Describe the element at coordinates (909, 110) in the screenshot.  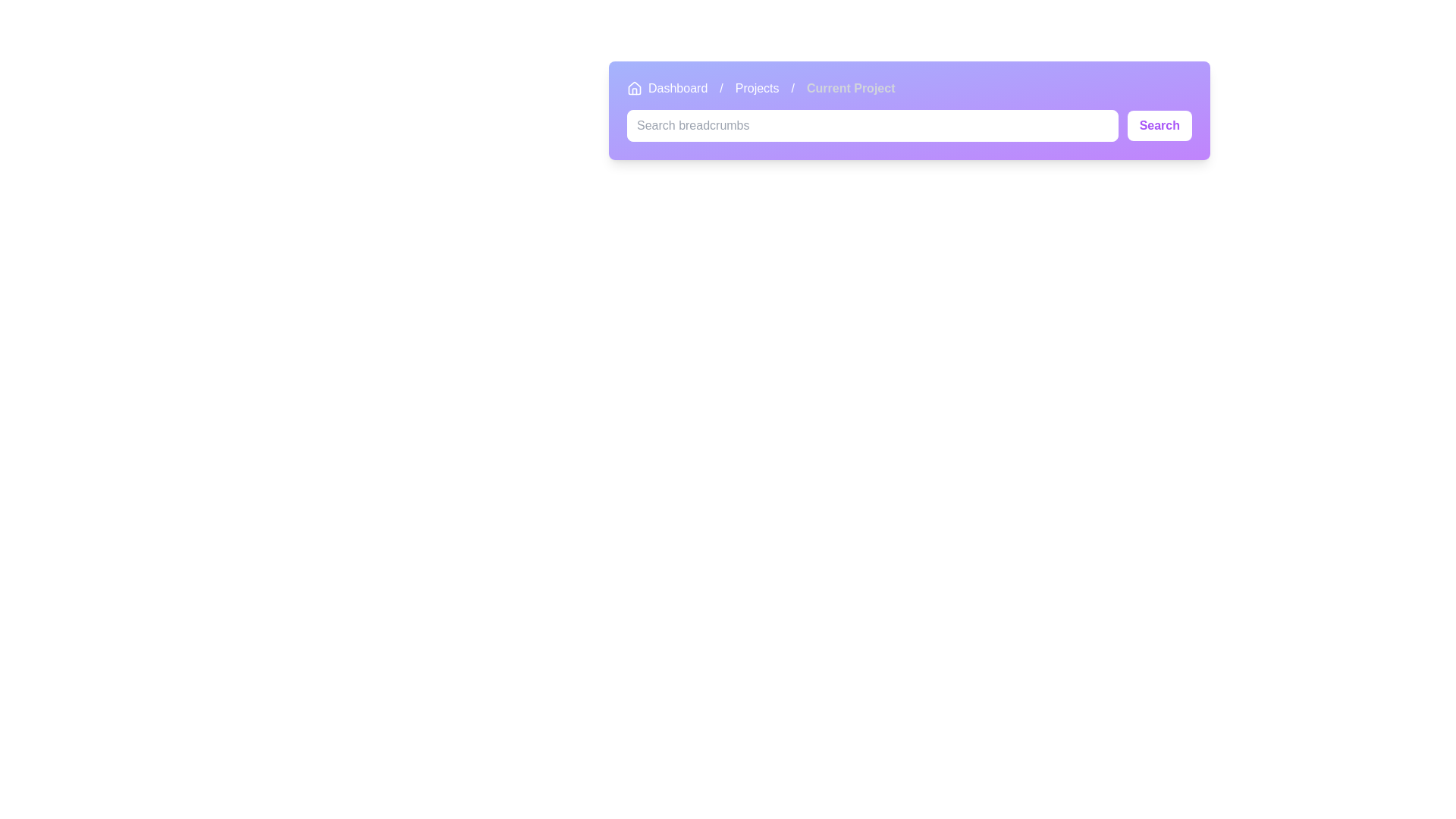
I see `the breadcrumb section of the composite navigation and action bar` at that location.